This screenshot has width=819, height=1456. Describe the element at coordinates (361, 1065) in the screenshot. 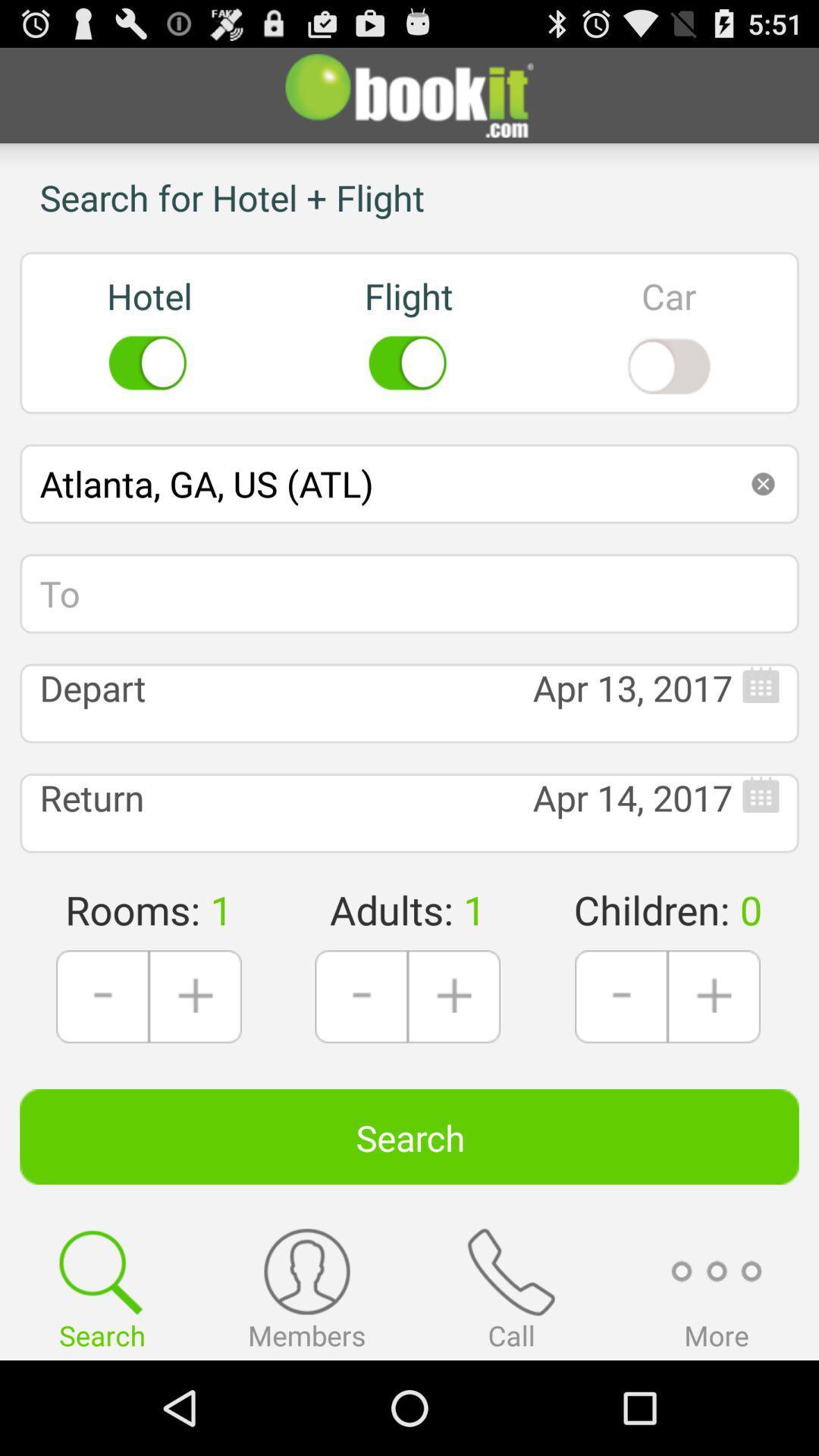

I see `the minus icon` at that location.